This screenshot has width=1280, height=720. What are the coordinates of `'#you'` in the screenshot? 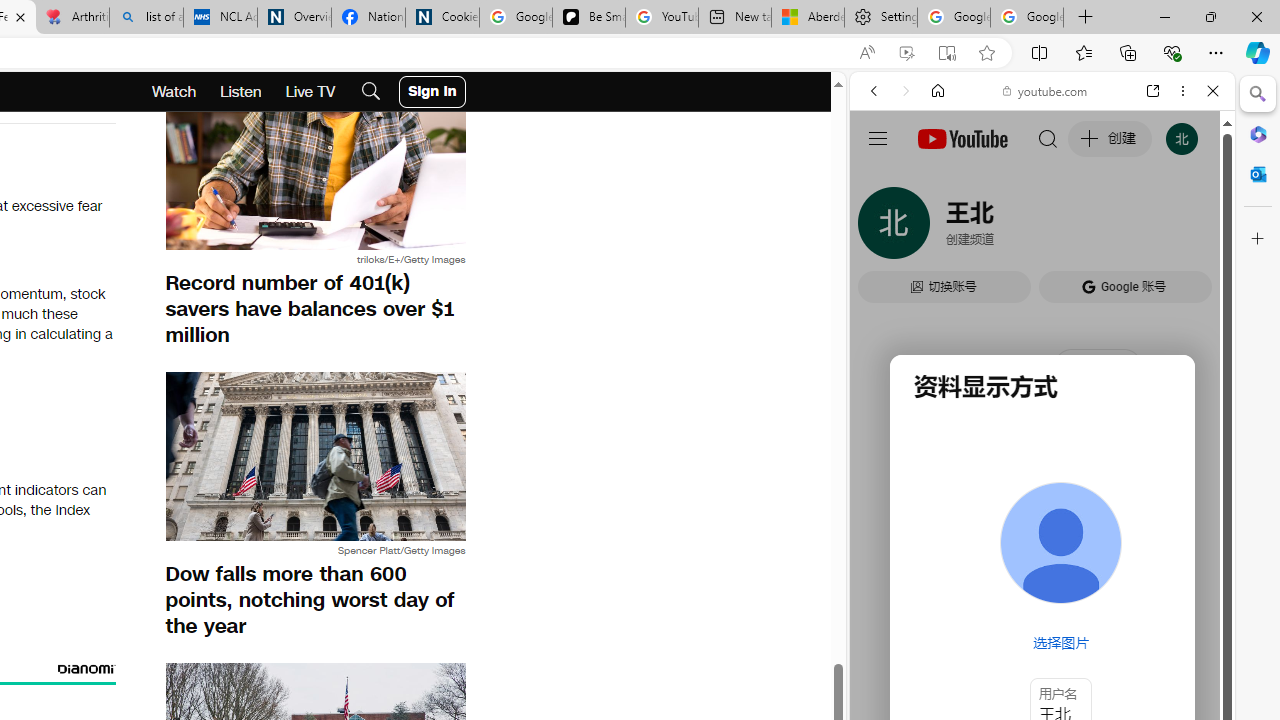 It's located at (1041, 445).